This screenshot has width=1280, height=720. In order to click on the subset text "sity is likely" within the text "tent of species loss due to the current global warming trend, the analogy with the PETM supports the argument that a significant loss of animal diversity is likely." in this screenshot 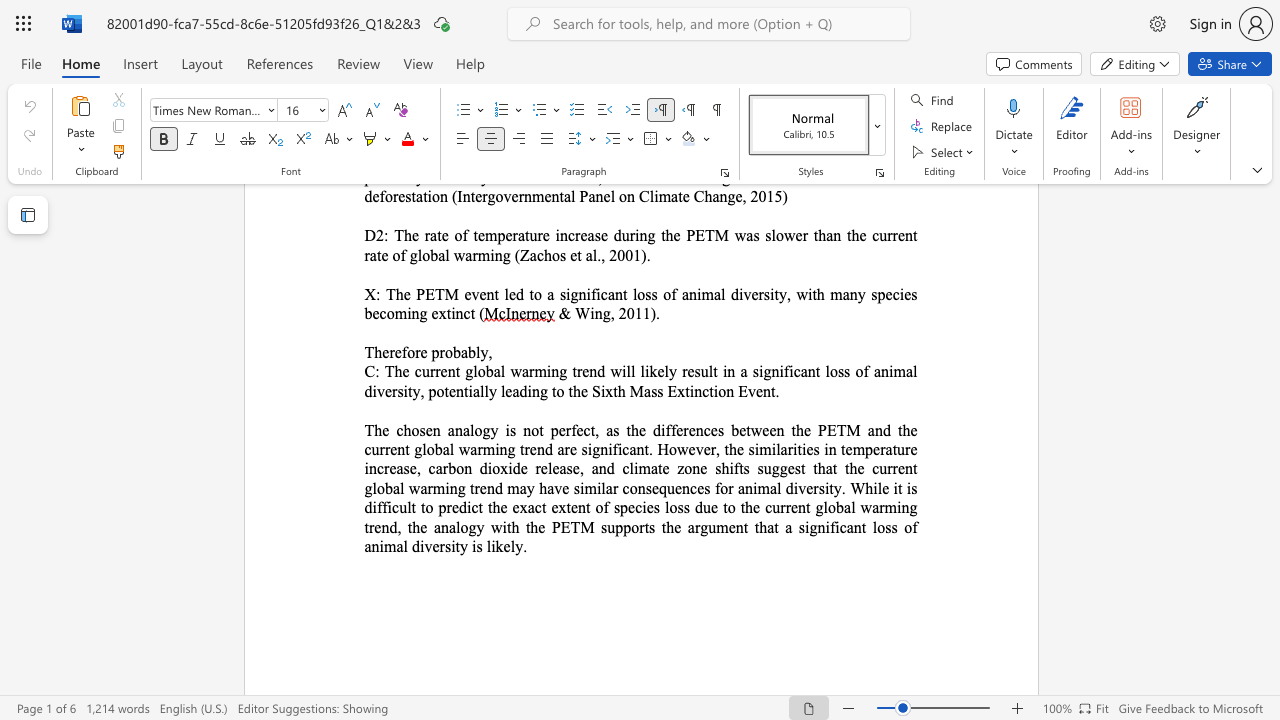, I will do `click(443, 546)`.